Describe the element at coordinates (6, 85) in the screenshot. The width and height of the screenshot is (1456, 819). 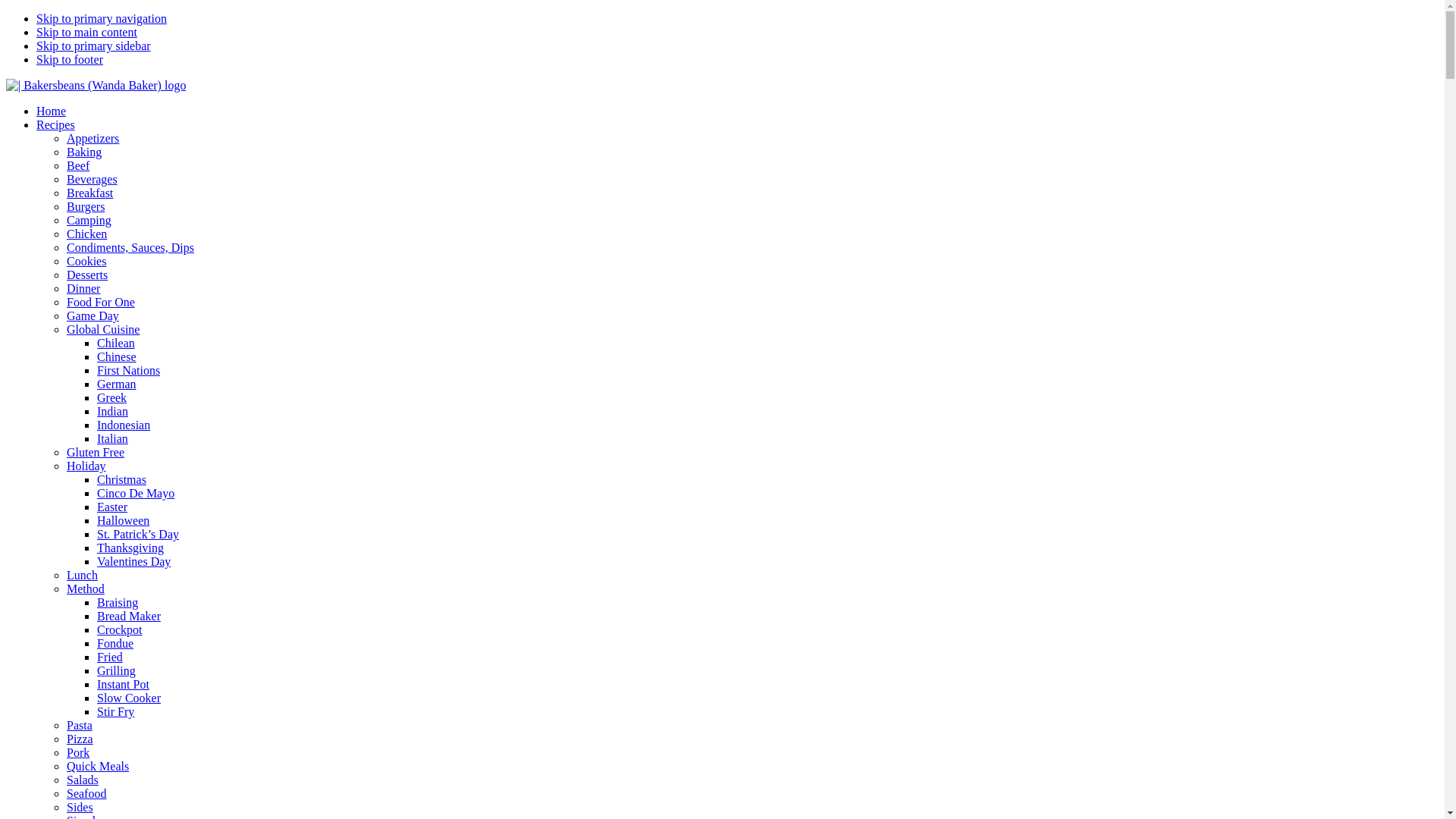
I see `'| Bakersbeans (Wanda Baker)'` at that location.